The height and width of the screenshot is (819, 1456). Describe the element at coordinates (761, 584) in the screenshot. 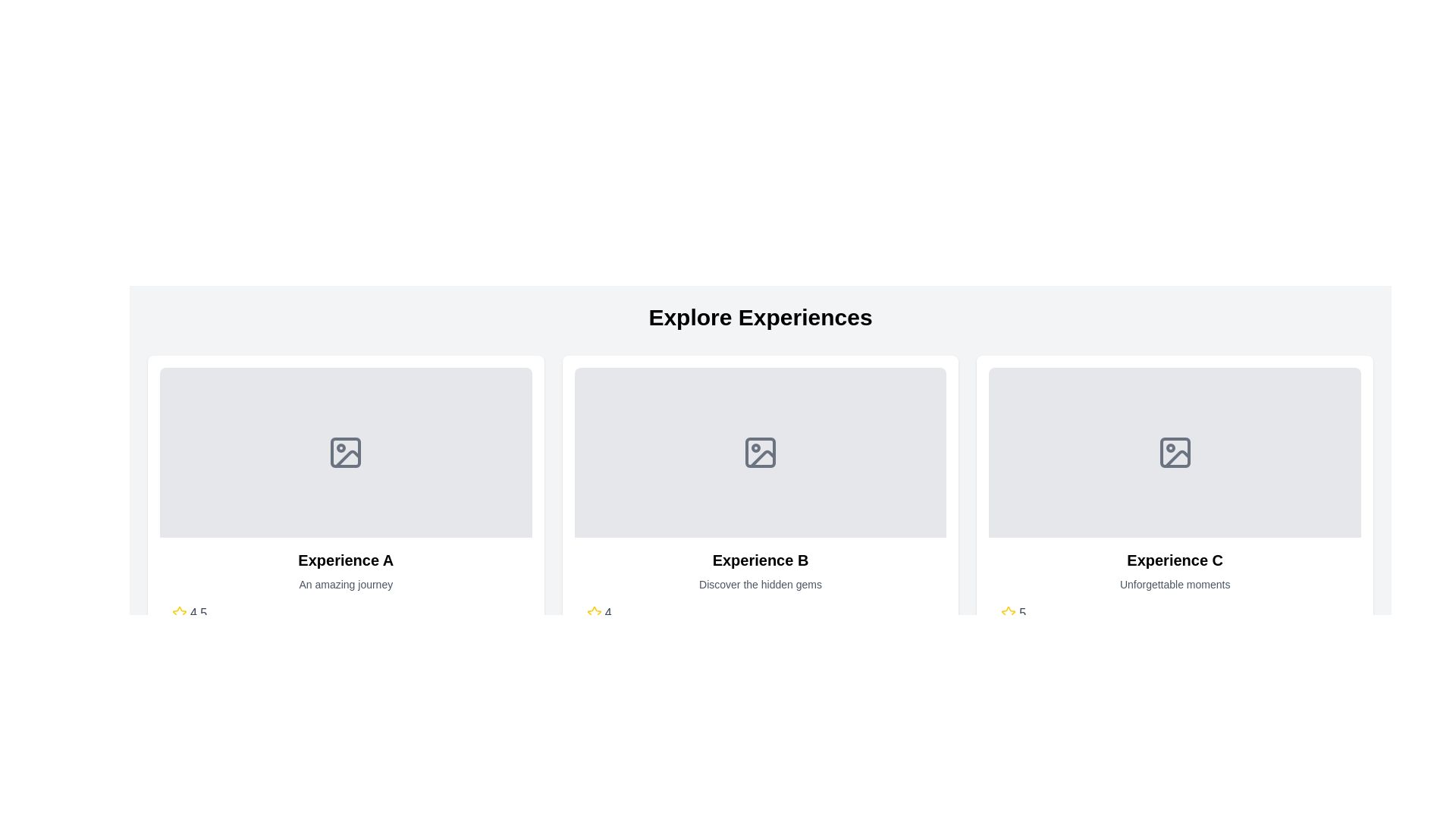

I see `the descriptive Text Label located below the title 'Experience B' and above the rating section` at that location.